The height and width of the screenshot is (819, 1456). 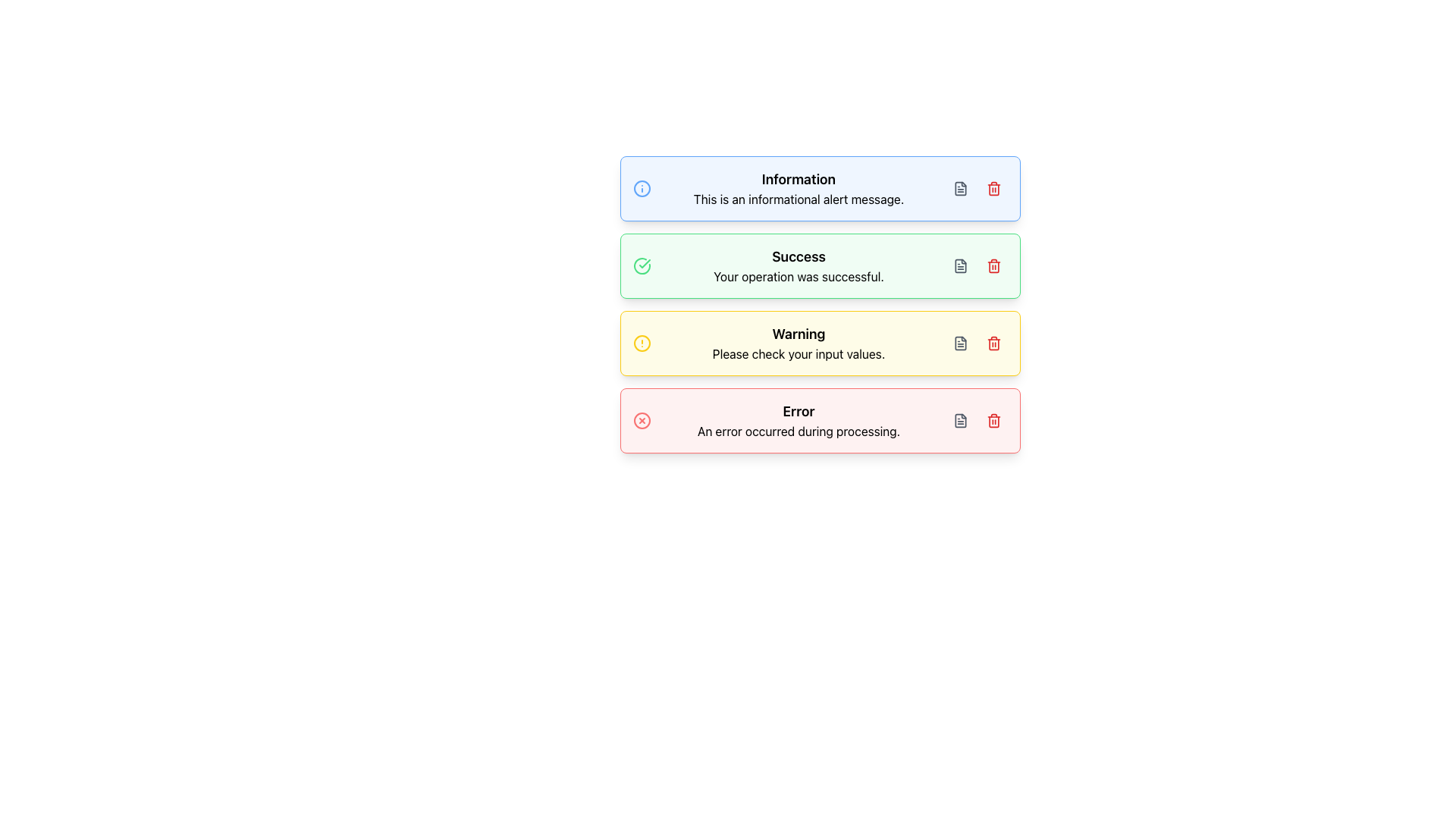 I want to click on the text label displaying 'Warning' in a bold font, which is located at the center of a yellow alert box, the third in a vertical stack of four alert boxes, so click(x=798, y=333).